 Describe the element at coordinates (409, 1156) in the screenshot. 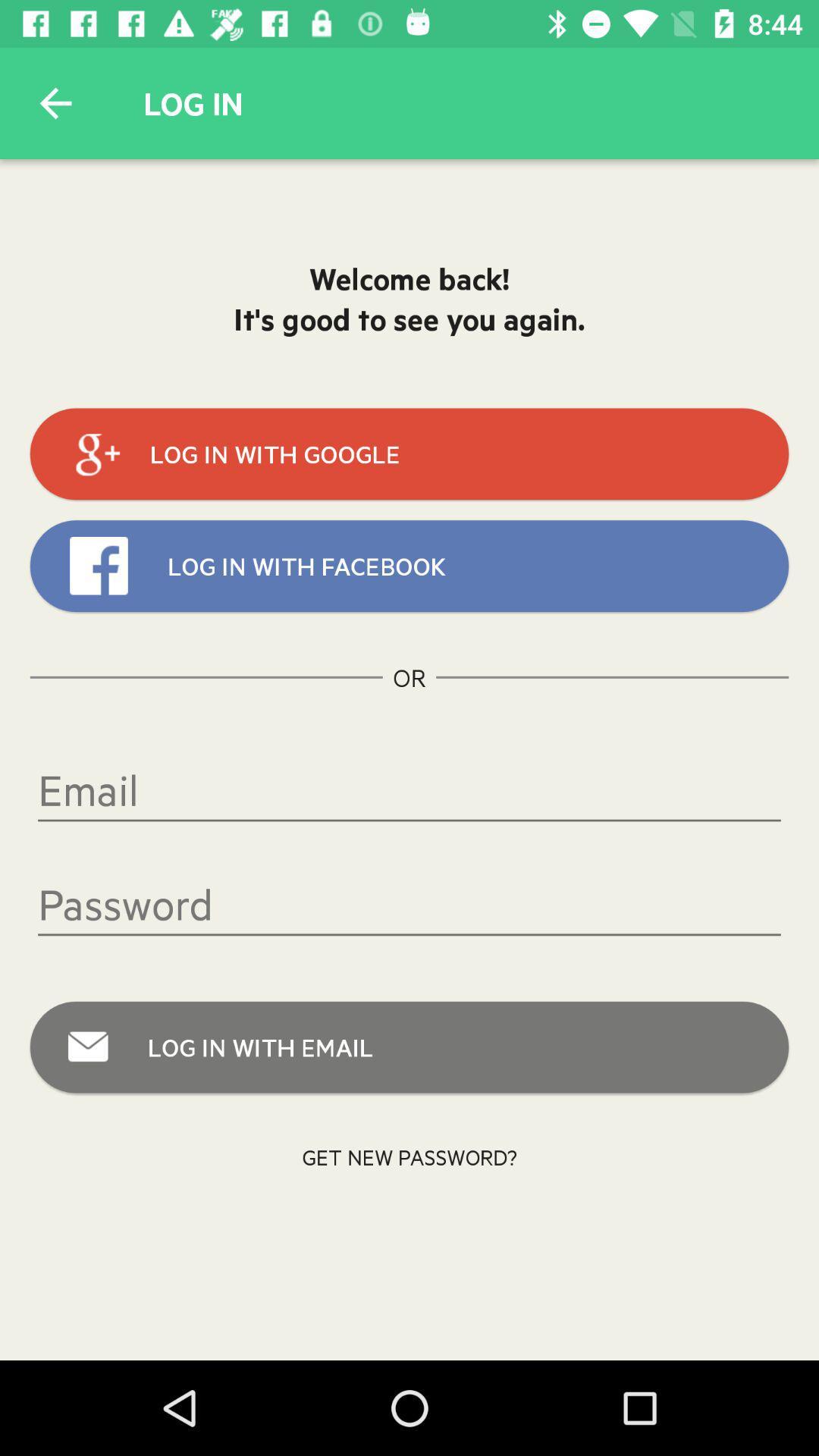

I see `the get new password? item` at that location.